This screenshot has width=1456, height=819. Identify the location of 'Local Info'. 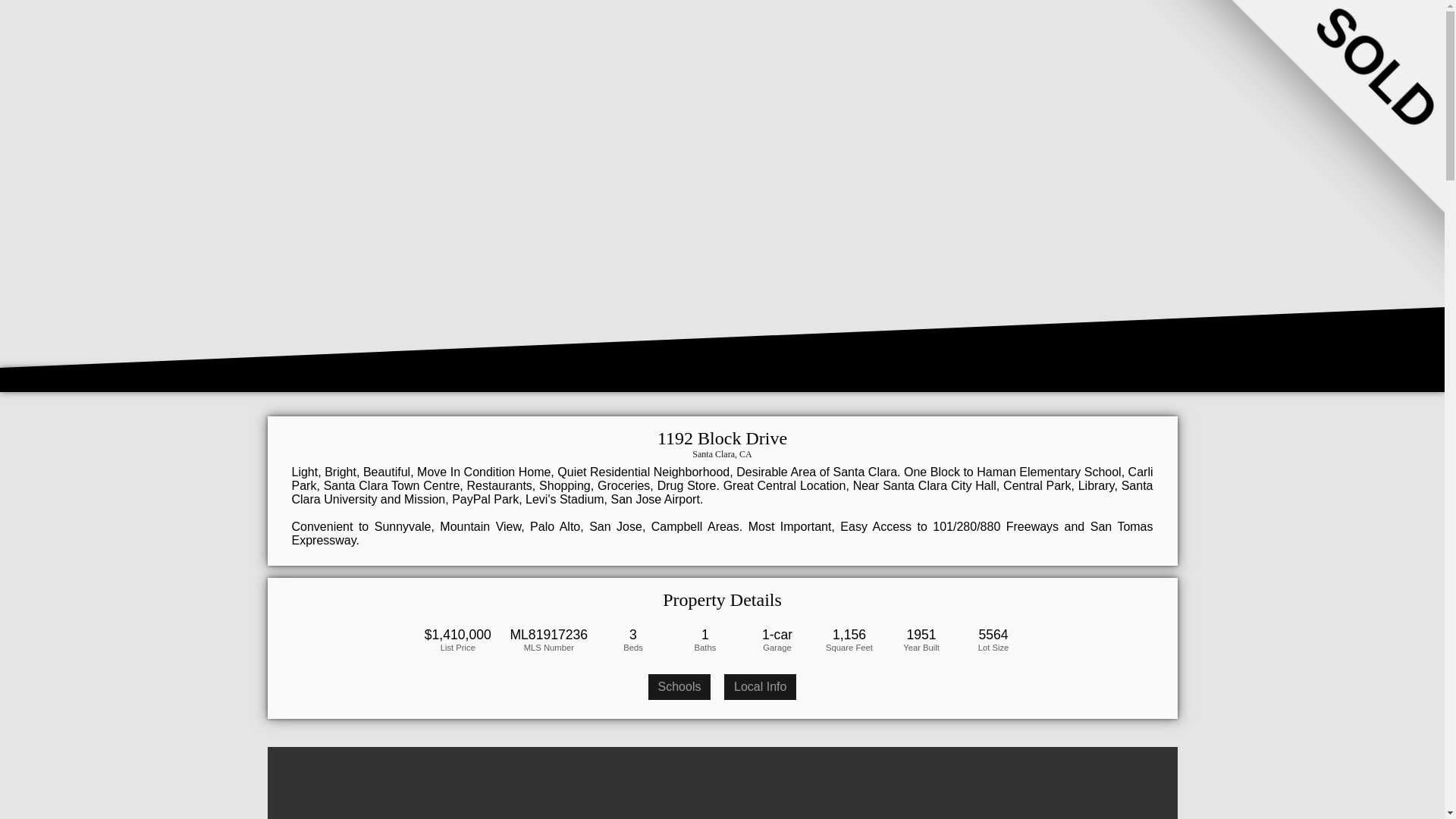
(760, 687).